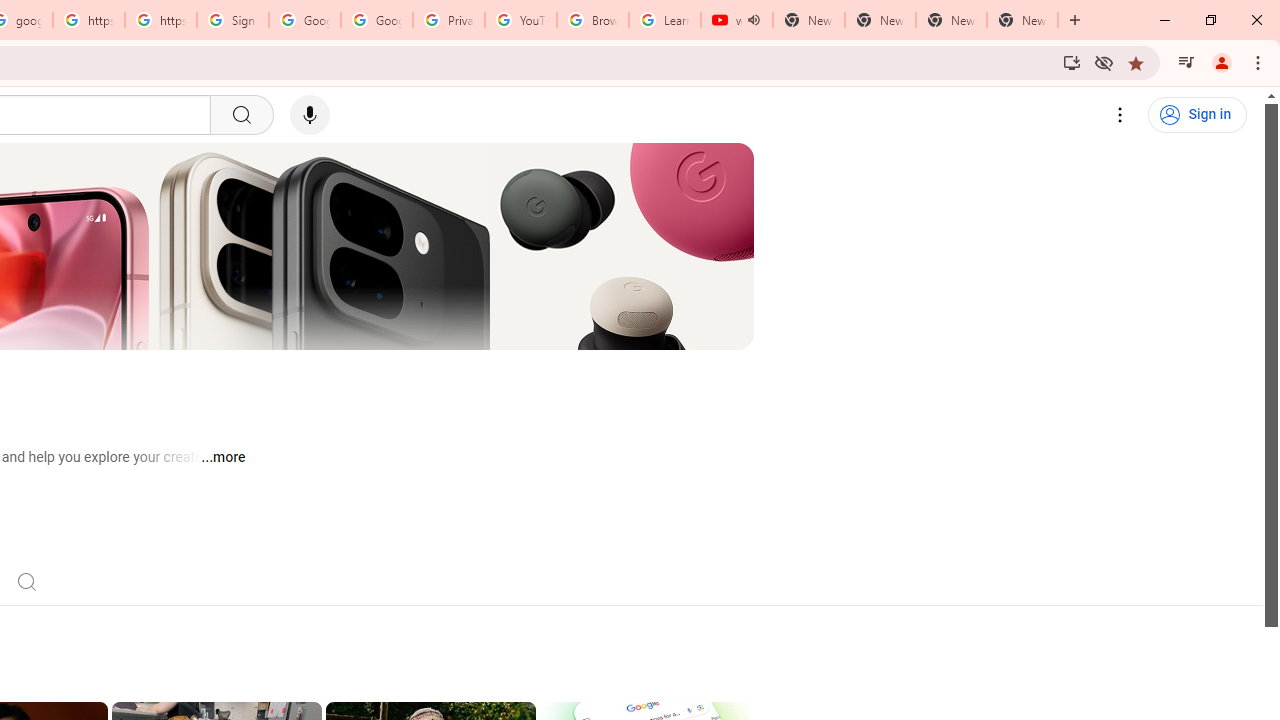 Image resolution: width=1280 pixels, height=720 pixels. I want to click on 'Restore', so click(1209, 20).